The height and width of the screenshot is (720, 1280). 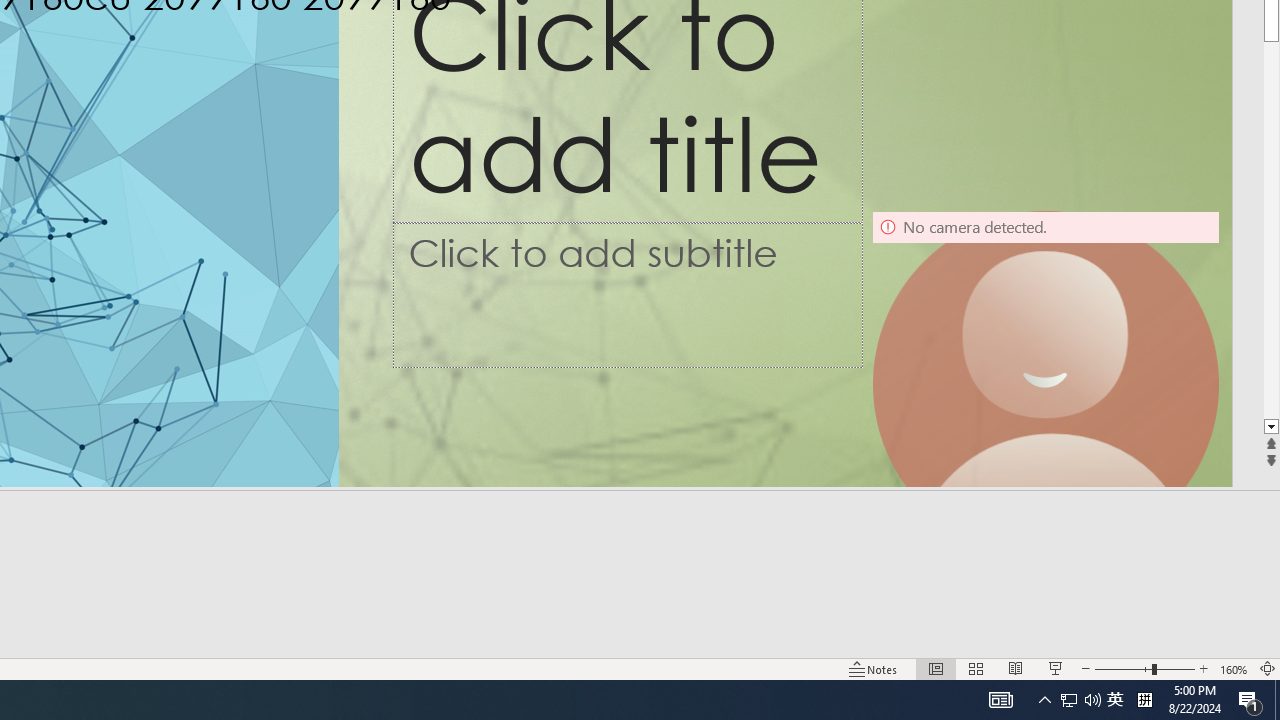 What do you see at coordinates (1266, 669) in the screenshot?
I see `'Zoom to Fit '` at bounding box center [1266, 669].